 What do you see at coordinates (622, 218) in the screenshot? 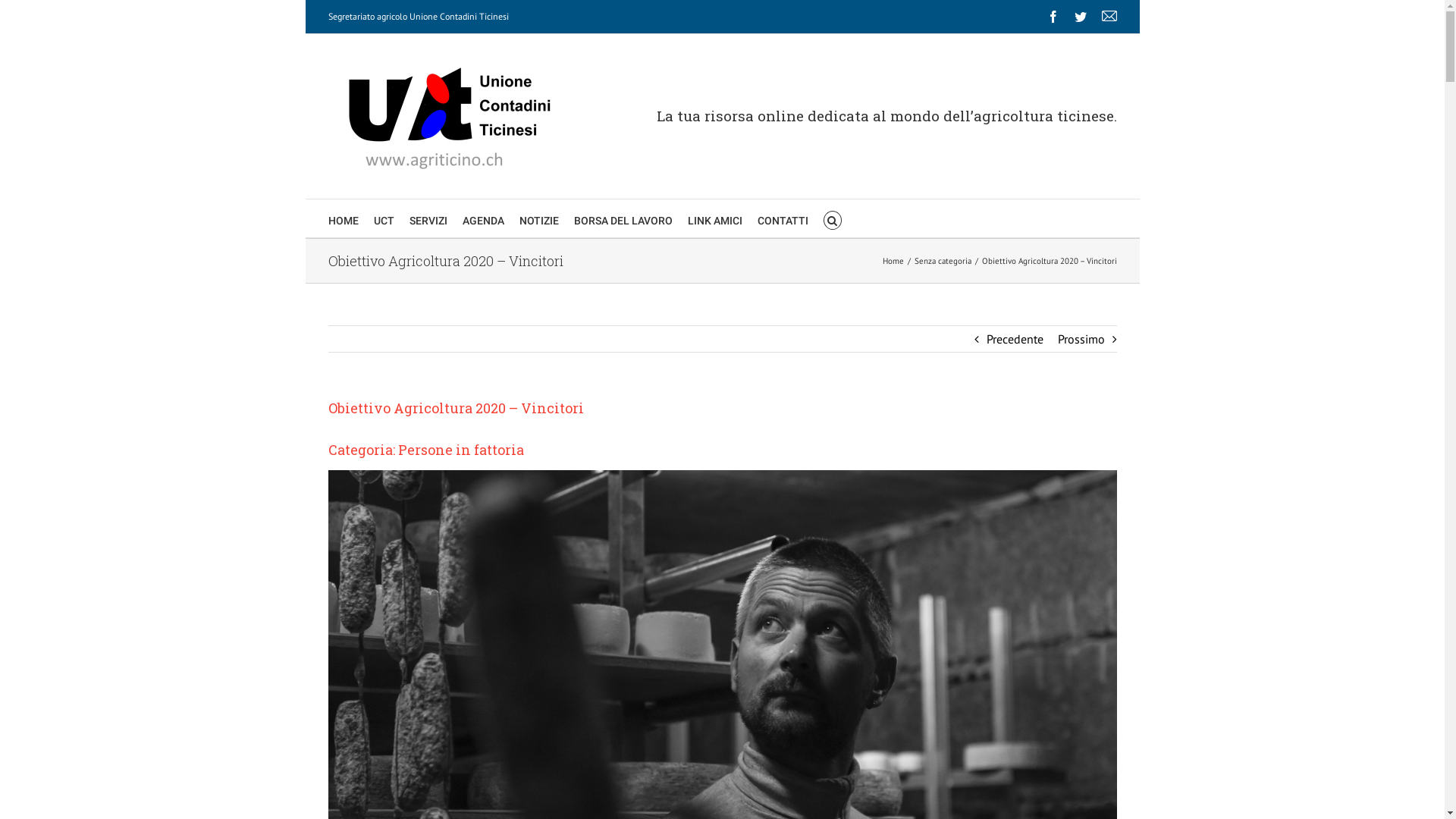
I see `'BORSA DEL LAVORO'` at bounding box center [622, 218].